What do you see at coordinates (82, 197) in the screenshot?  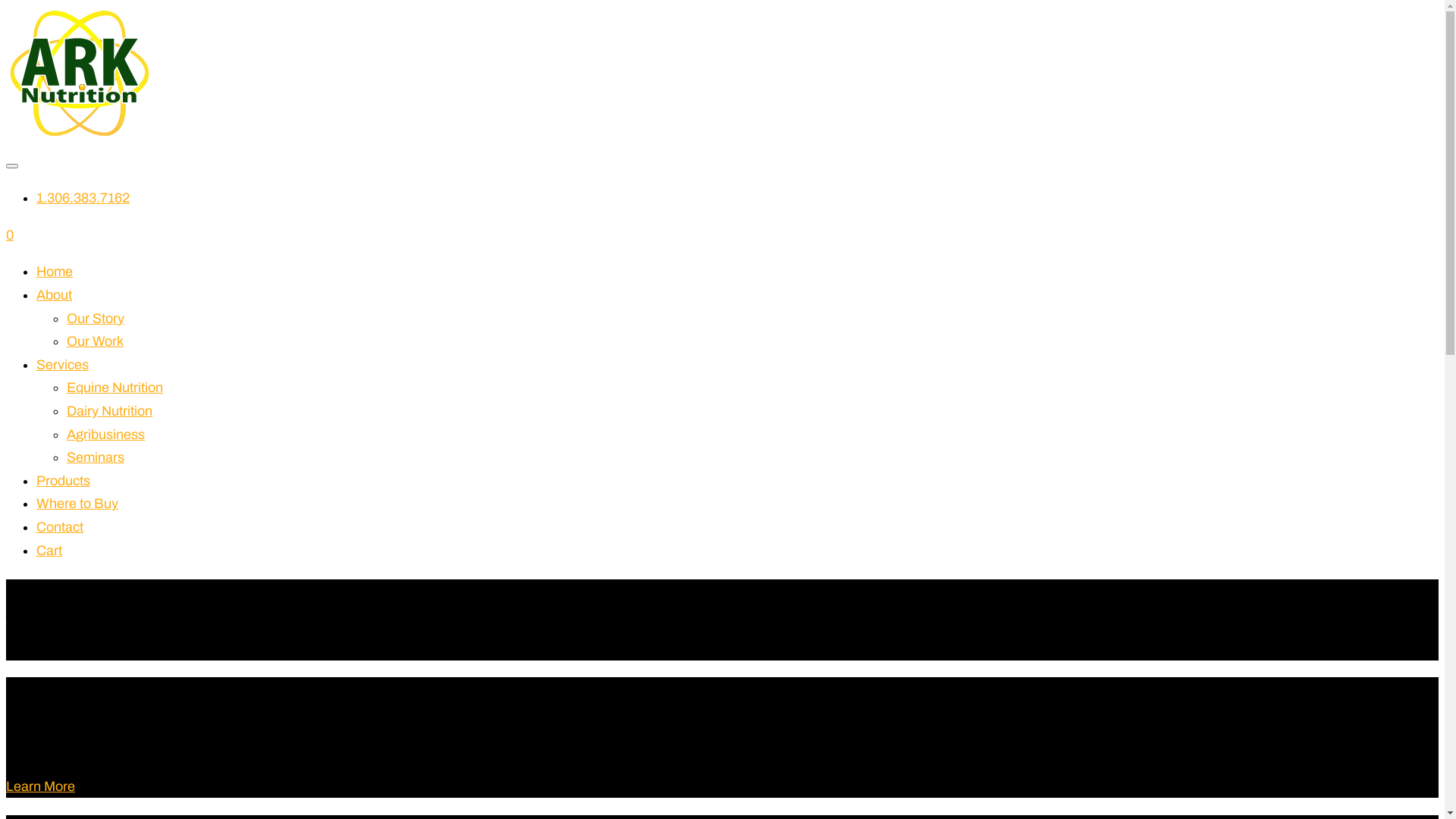 I see `'1.306.383.7162'` at bounding box center [82, 197].